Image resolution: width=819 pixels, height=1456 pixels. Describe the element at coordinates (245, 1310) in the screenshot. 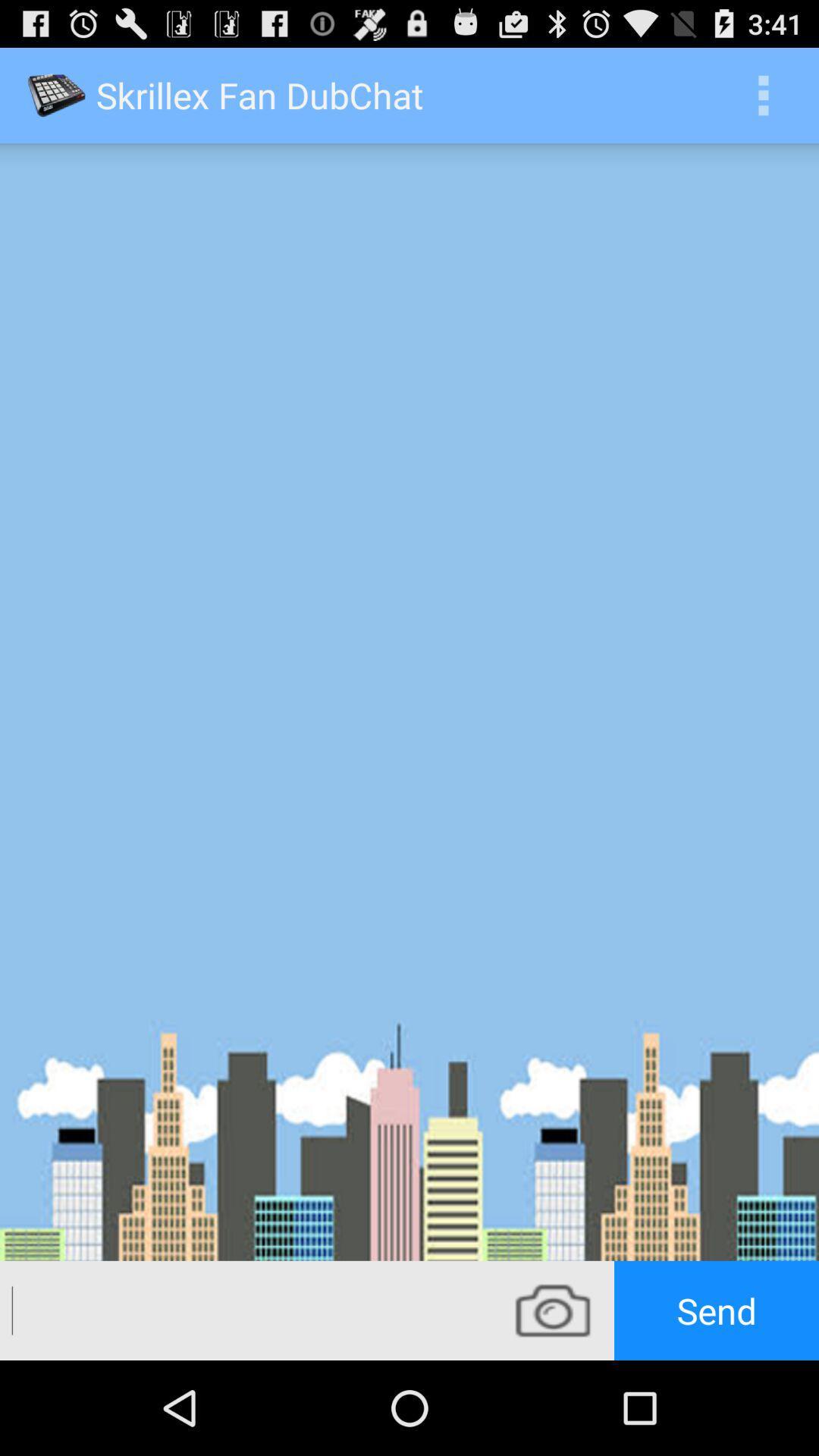

I see `messages here` at that location.